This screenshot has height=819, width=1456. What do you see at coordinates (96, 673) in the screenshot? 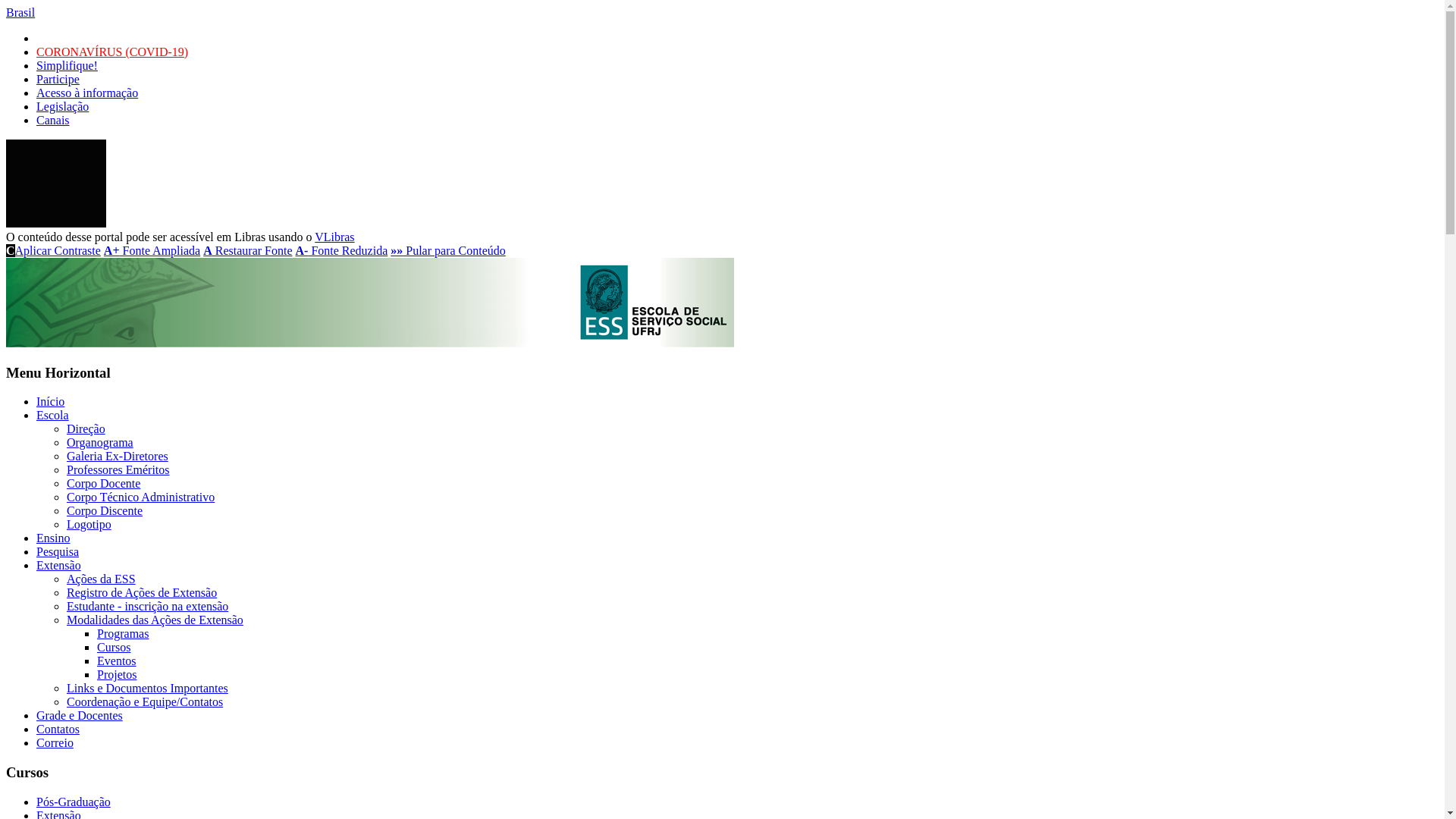
I see `'Projetos'` at bounding box center [96, 673].